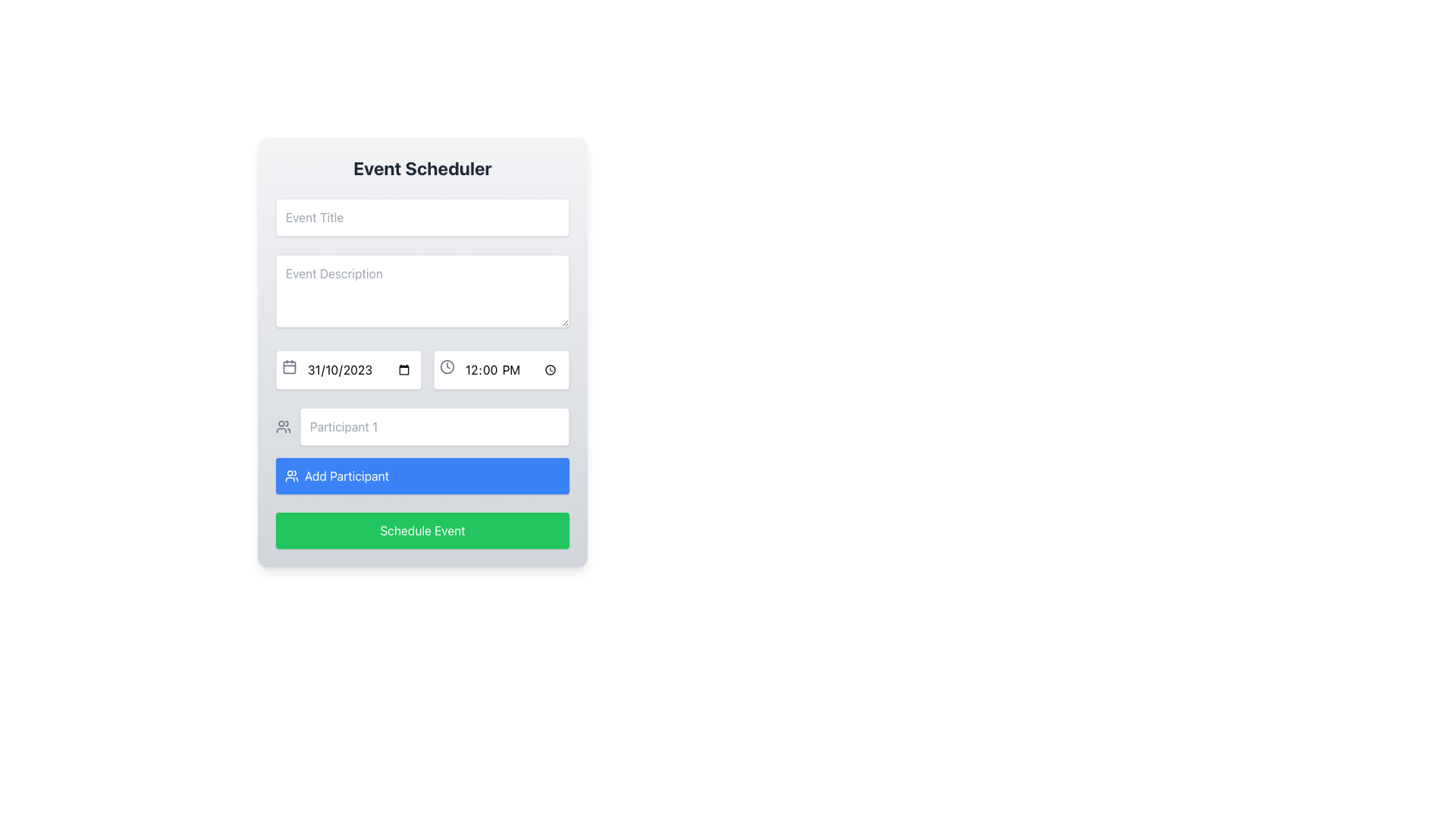 The width and height of the screenshot is (1456, 819). Describe the element at coordinates (501, 370) in the screenshot. I see `the time input field which is styled with a light border and rounded rectangle shape, prefilled with '12:00 PM', and located to the right of the date input field` at that location.